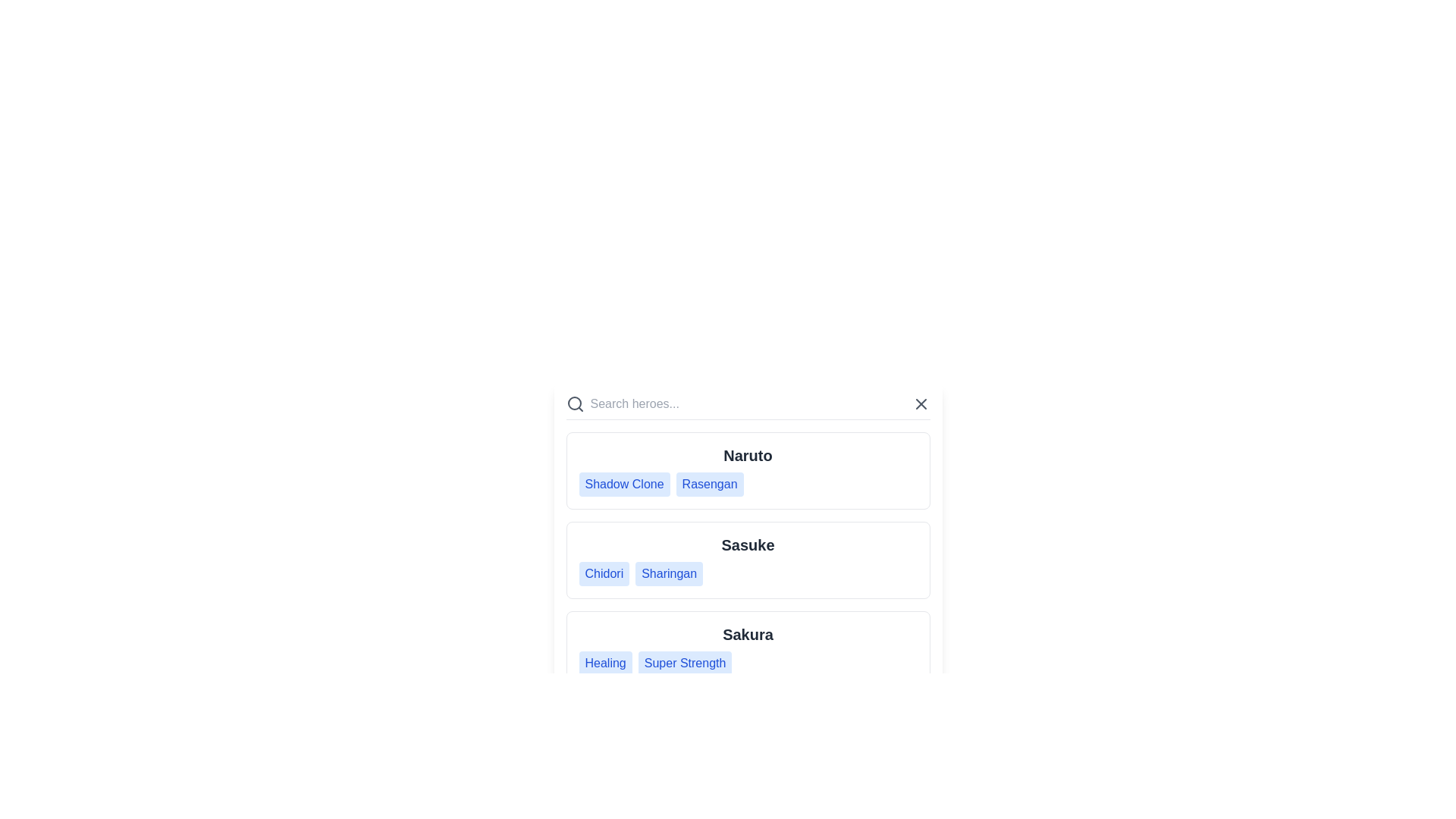 The width and height of the screenshot is (1456, 819). I want to click on the text label displaying 'Sasuke' which is bold and slightly enlarged, located in the second card layout above the buttons 'Chidori' and 'Sharingan', so click(748, 544).